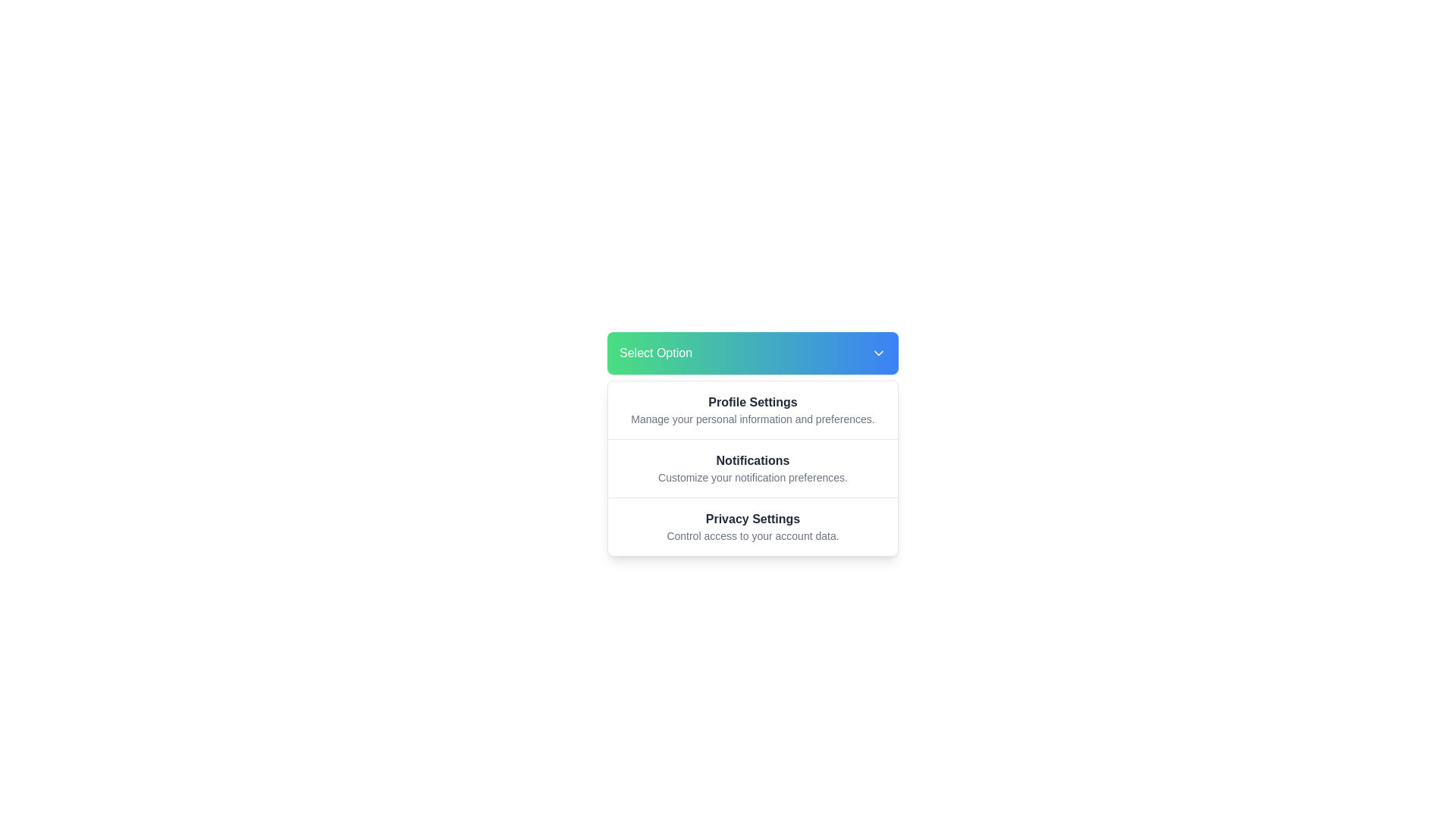 The width and height of the screenshot is (1456, 819). I want to click on the list item titled 'Privacy Settings', so click(753, 526).